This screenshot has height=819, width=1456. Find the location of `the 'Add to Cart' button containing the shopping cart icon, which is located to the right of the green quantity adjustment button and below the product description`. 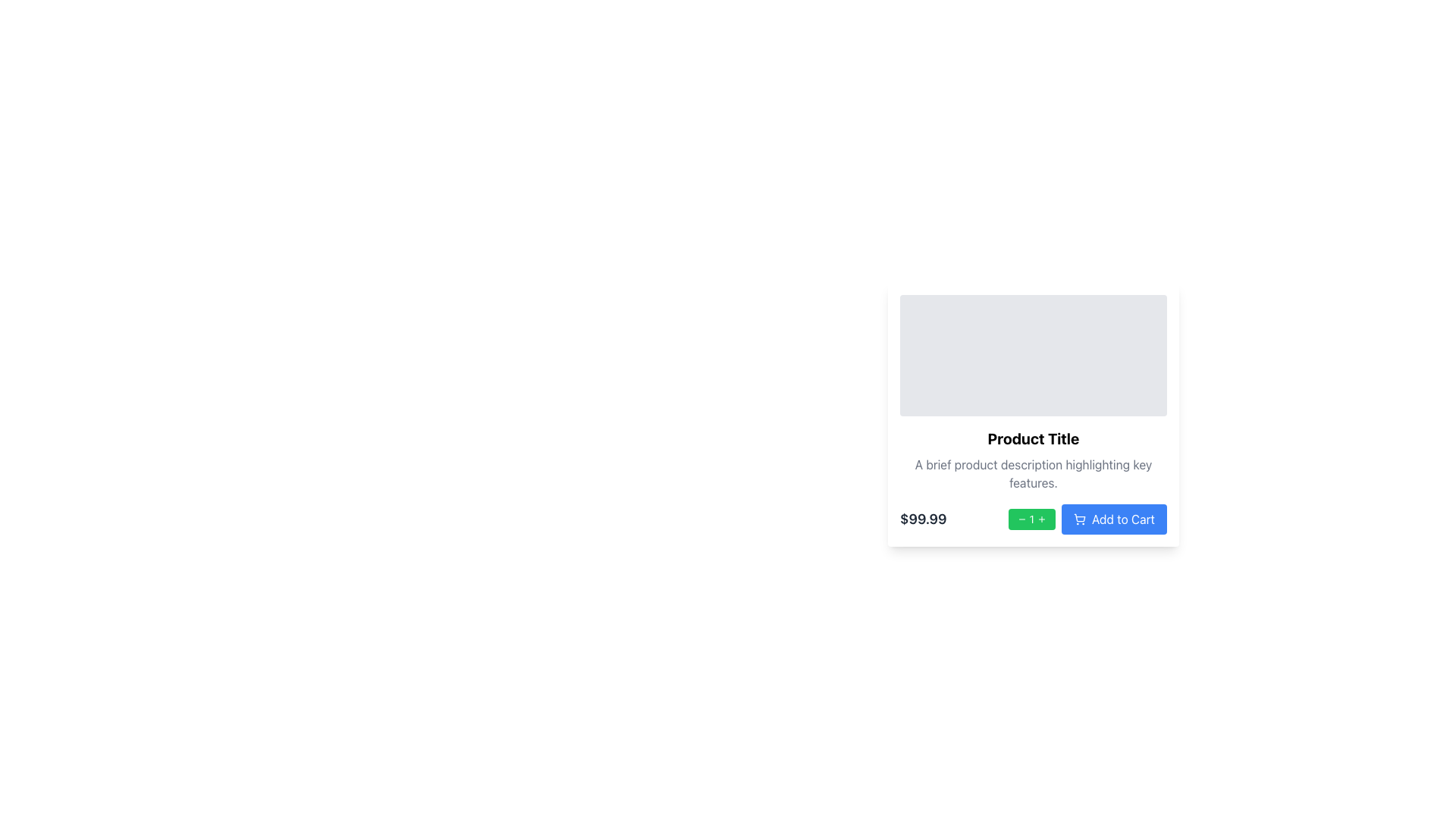

the 'Add to Cart' button containing the shopping cart icon, which is located to the right of the green quantity adjustment button and below the product description is located at coordinates (1079, 516).